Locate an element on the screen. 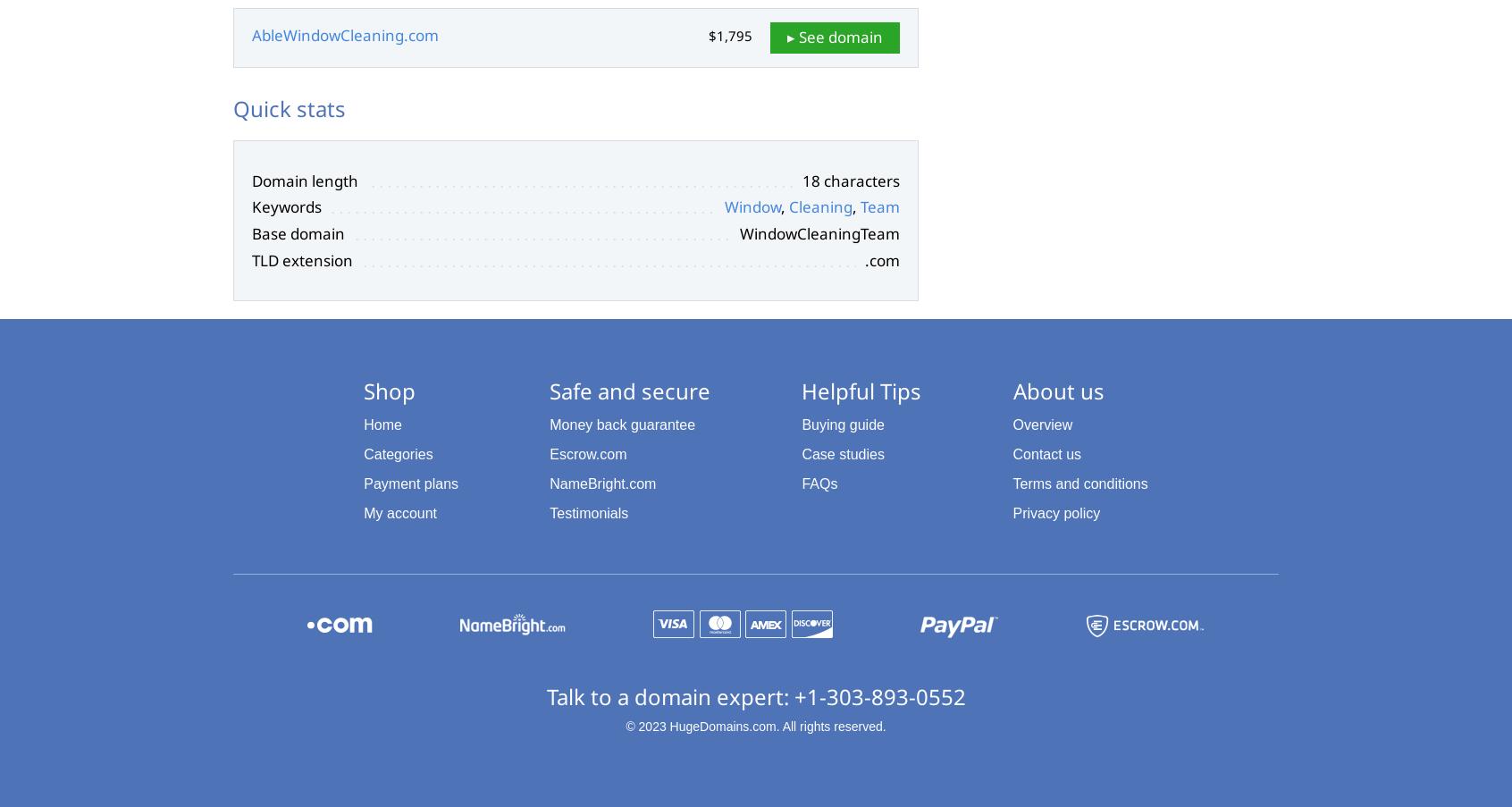 The width and height of the screenshot is (1512, 807). 'Payment plans' is located at coordinates (410, 482).